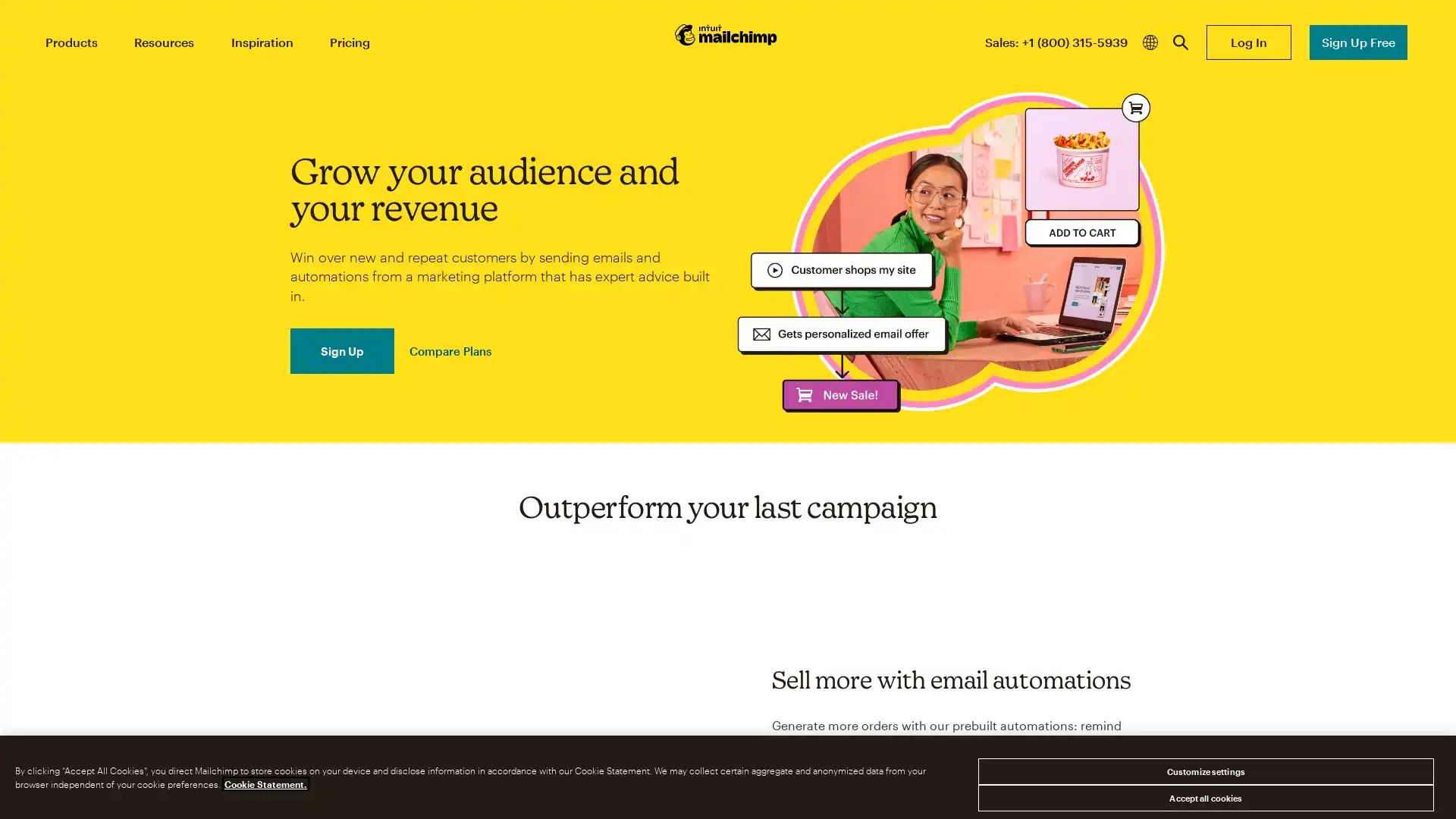 The image size is (1456, 819). Describe the element at coordinates (1204, 797) in the screenshot. I see `Accept all cookies` at that location.